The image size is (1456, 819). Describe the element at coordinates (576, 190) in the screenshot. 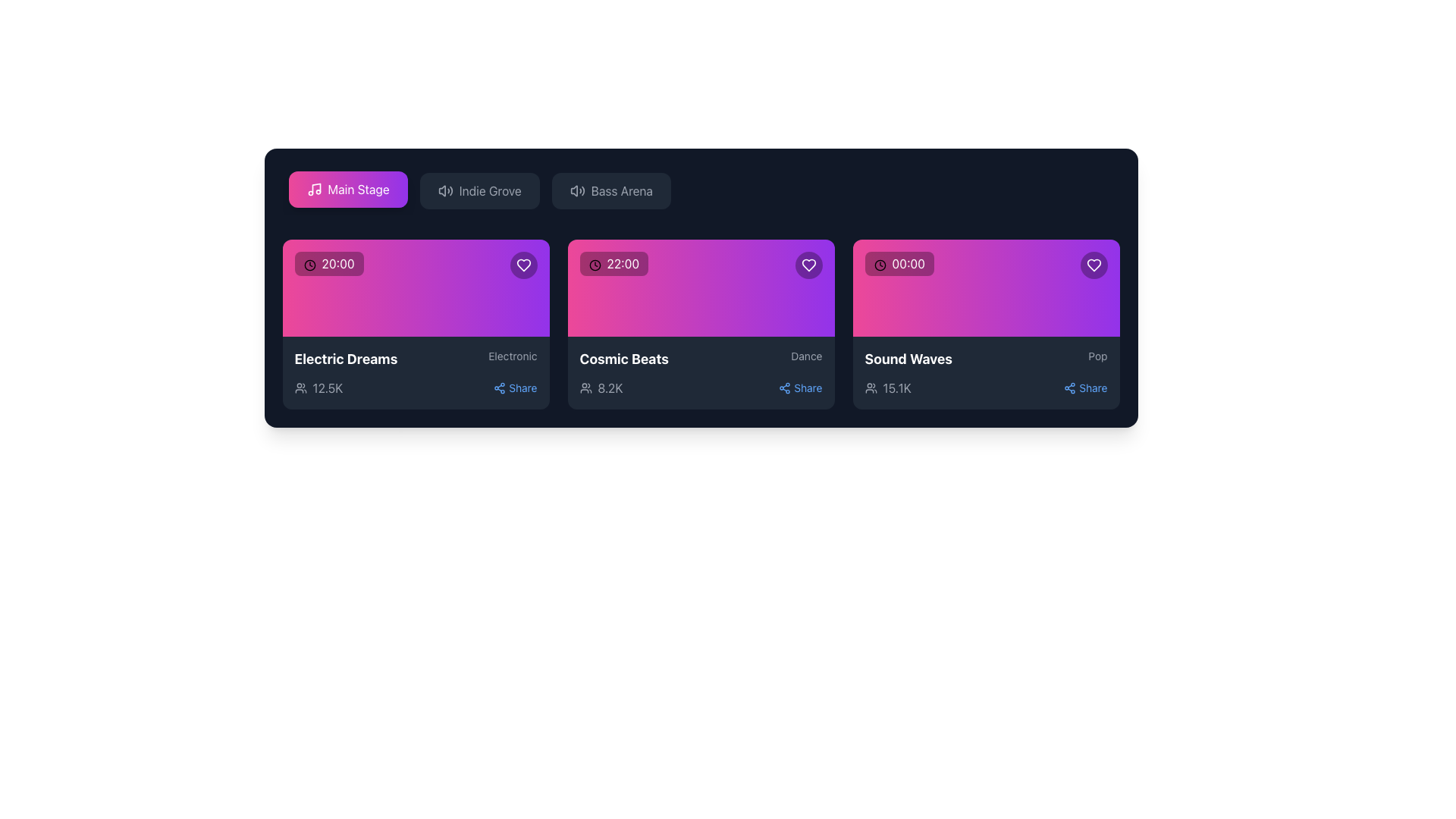

I see `the speaker icon with sound waves located to the left of the 'Bass Arena' text label` at that location.